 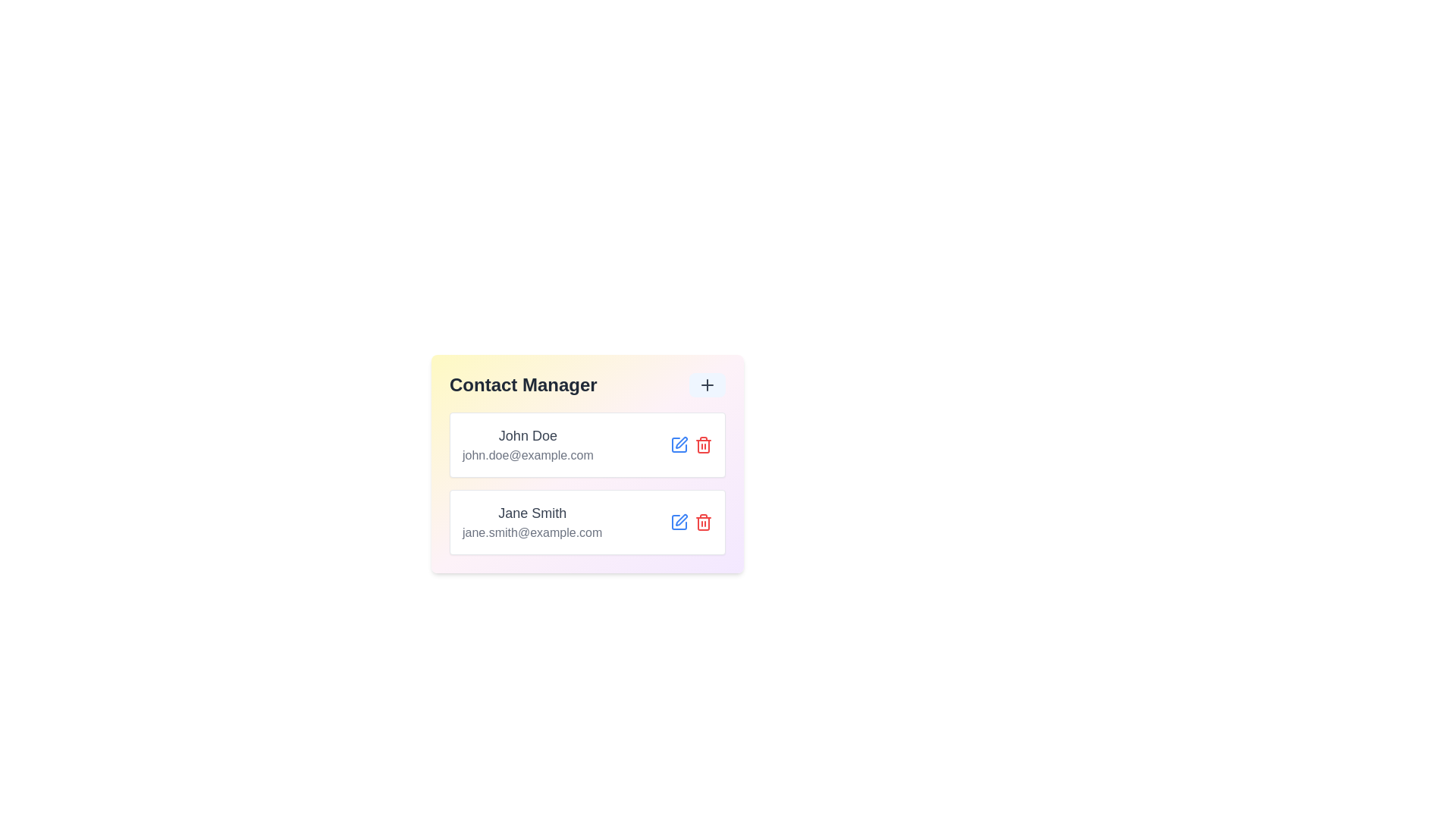 I want to click on '+' button to add a new contact, so click(x=706, y=384).